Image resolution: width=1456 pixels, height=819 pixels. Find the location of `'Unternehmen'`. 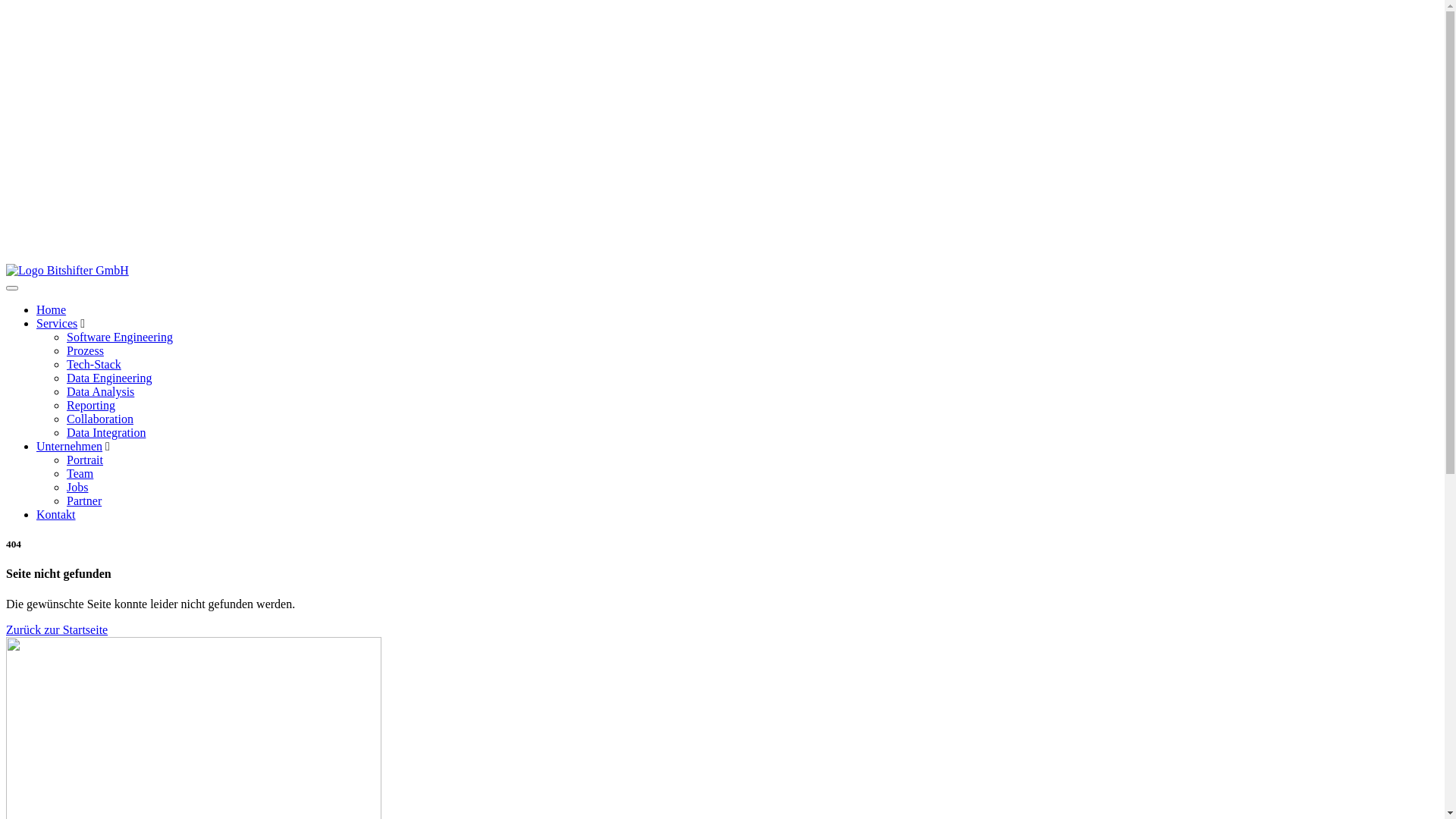

'Unternehmen' is located at coordinates (36, 445).